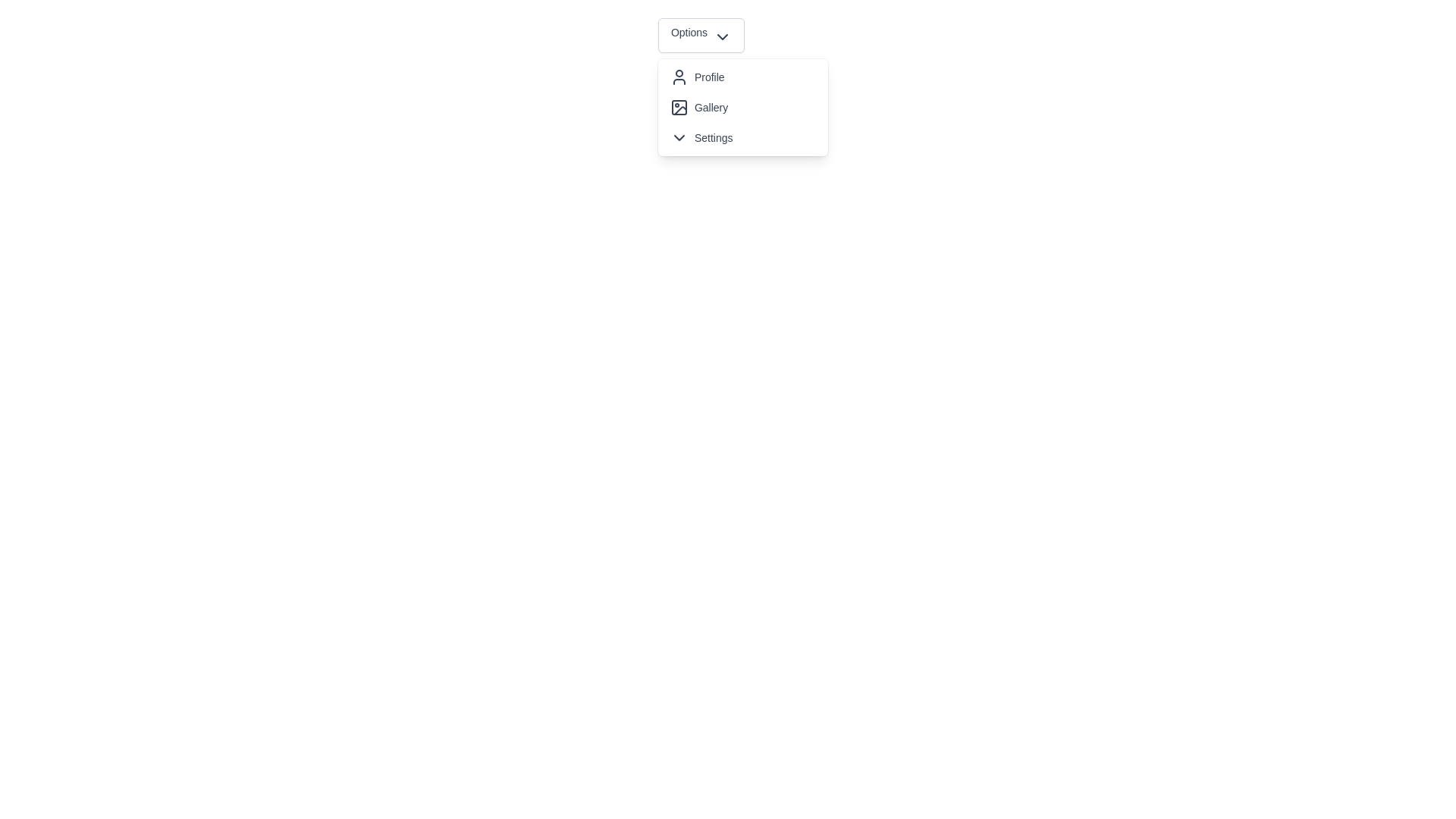  What do you see at coordinates (742, 77) in the screenshot?
I see `first interactive menu item in the dropdown, which is located above the 'Gallery' and 'Settings' items, likely leading to the user's profile page` at bounding box center [742, 77].